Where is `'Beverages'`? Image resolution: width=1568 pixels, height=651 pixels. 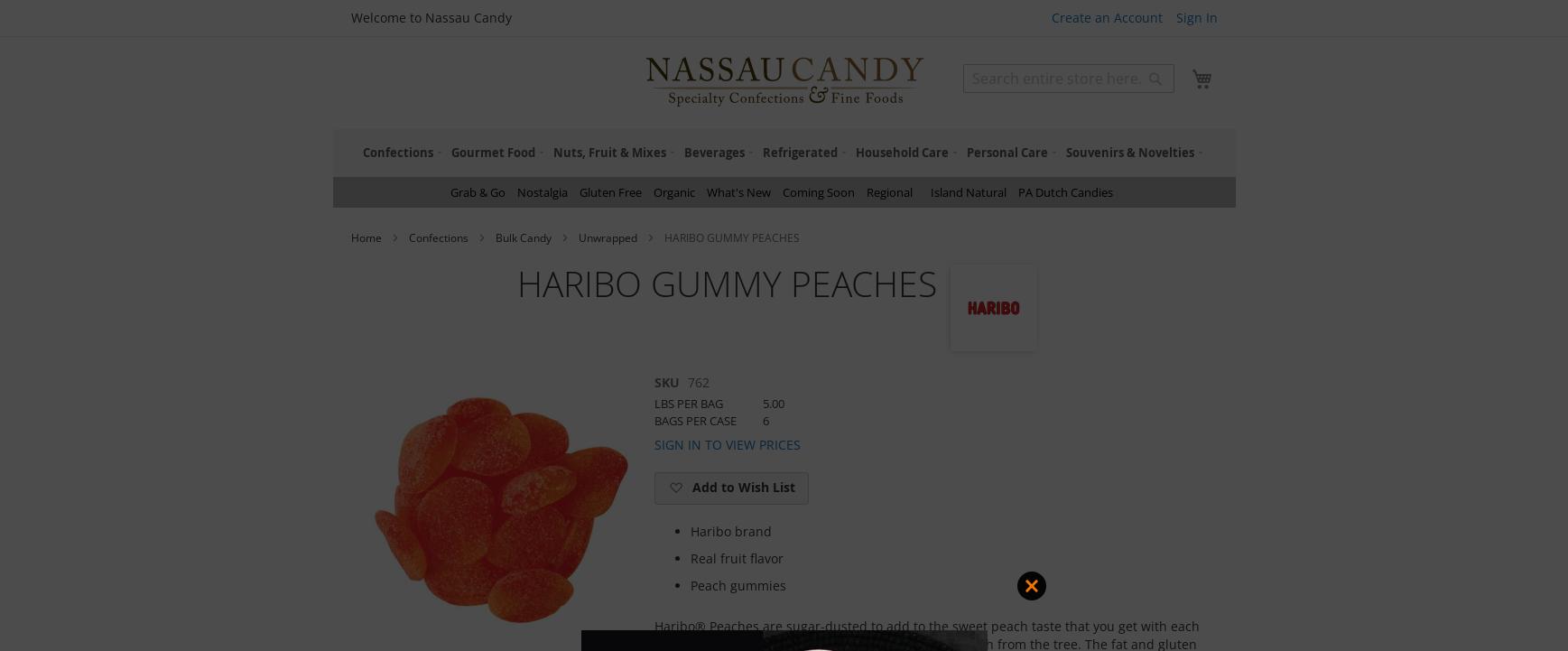
'Beverages' is located at coordinates (713, 152).